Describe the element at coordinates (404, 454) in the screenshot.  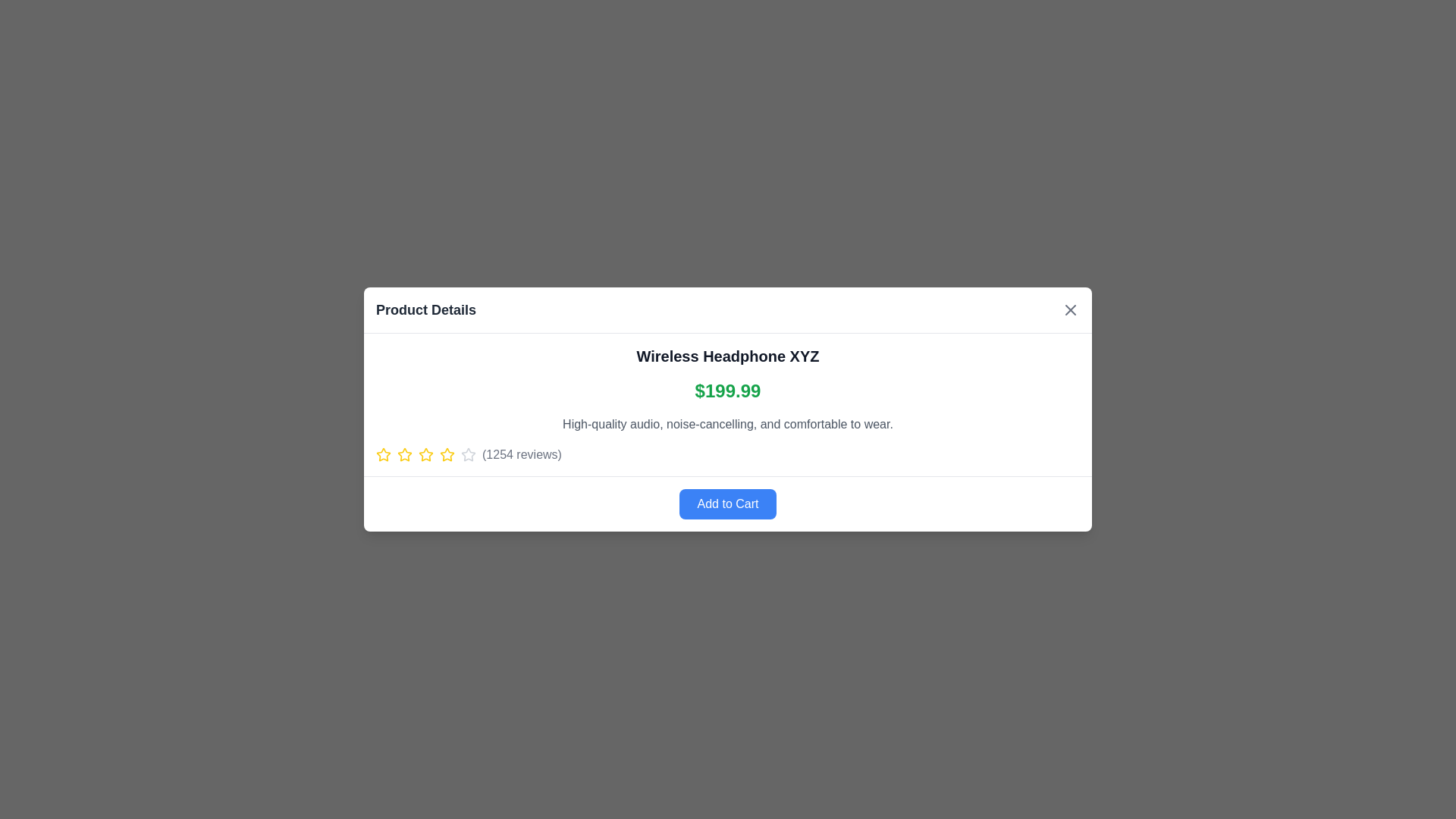
I see `the third star icon in the five-star product review representation located in the review section beneath the product information area` at that location.